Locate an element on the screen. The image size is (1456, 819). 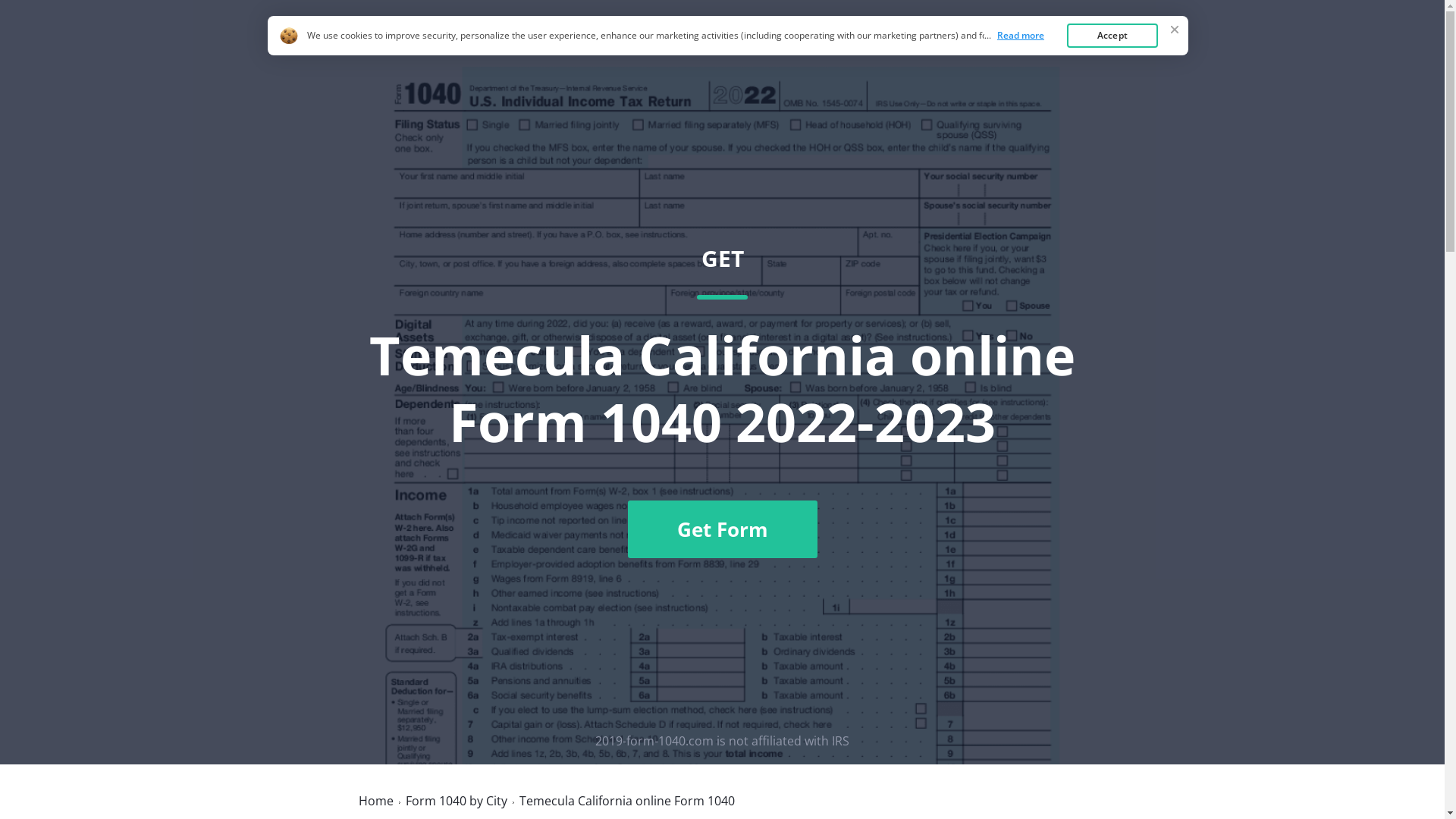
'Home' is located at coordinates (375, 800).